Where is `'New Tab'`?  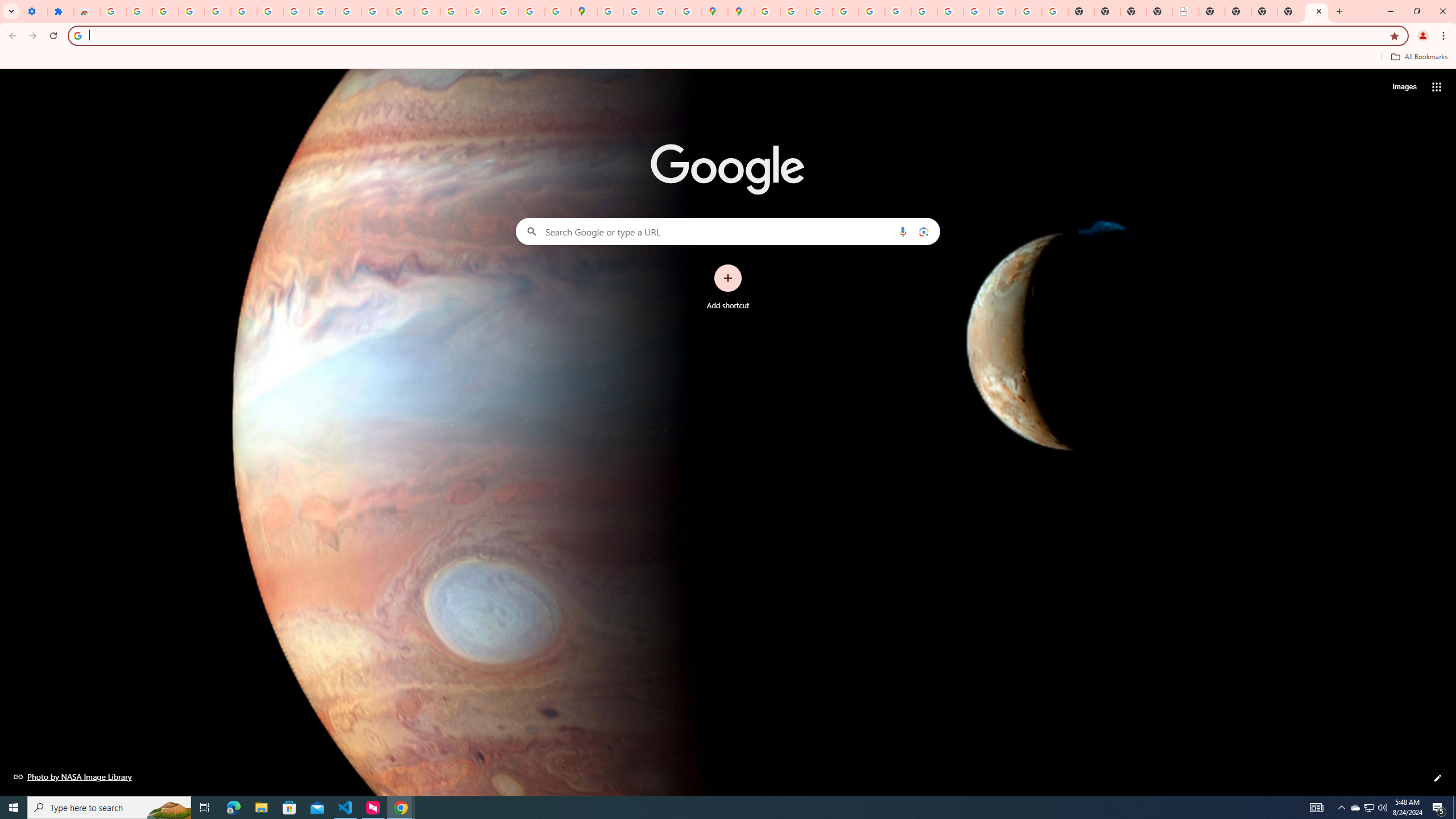
'New Tab' is located at coordinates (1317, 11).